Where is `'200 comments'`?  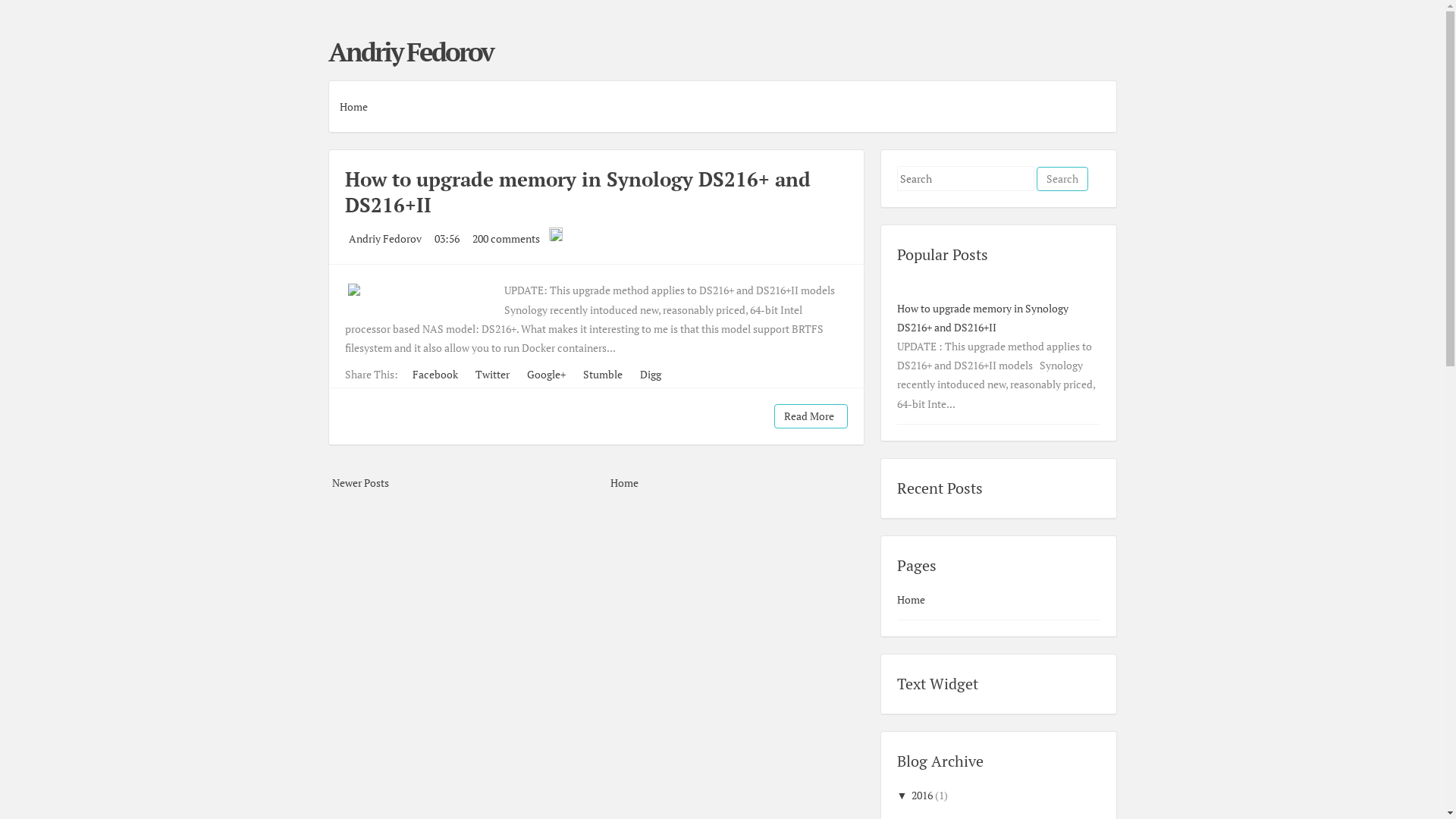 '200 comments' is located at coordinates (471, 238).